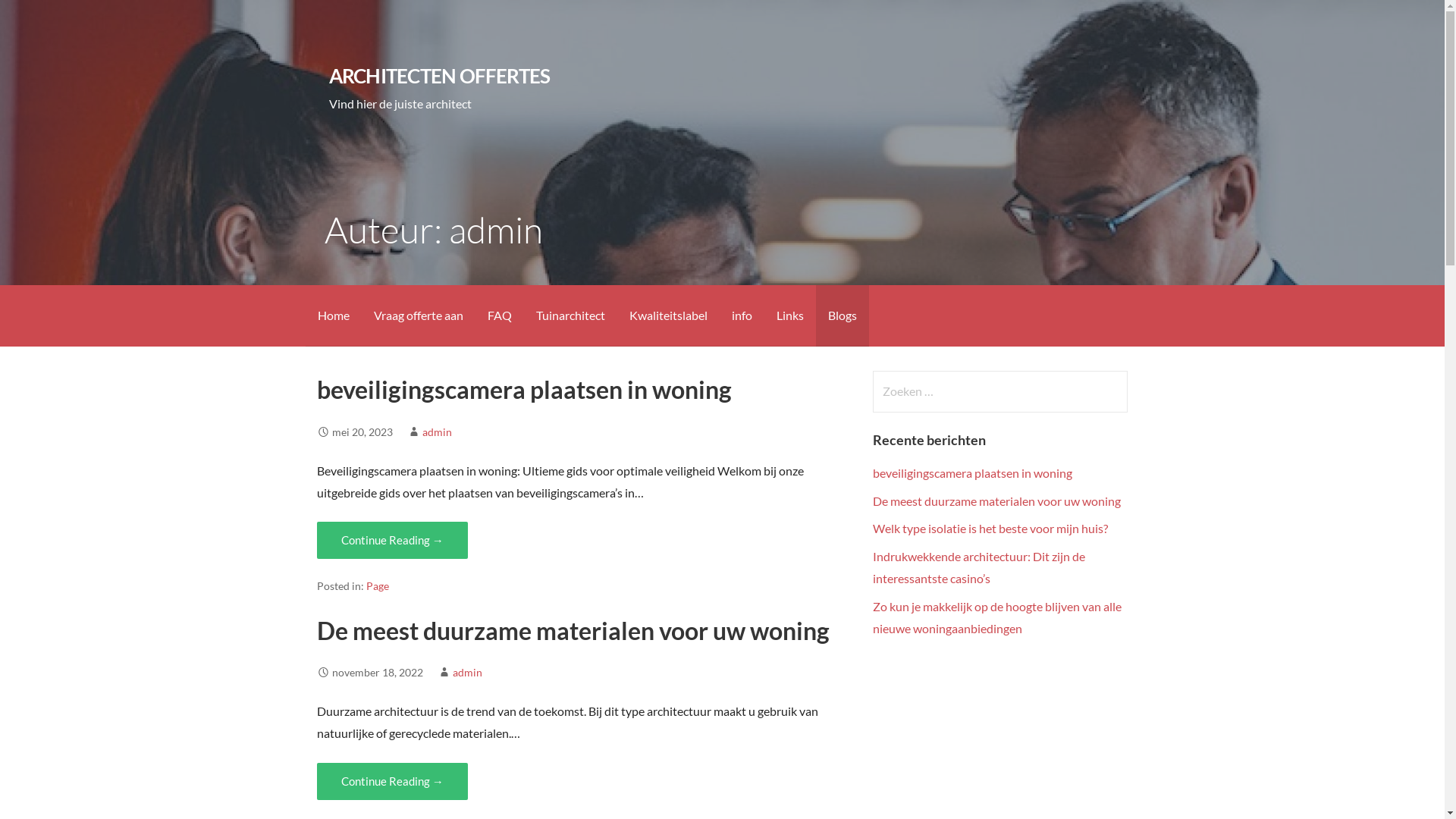 Image resolution: width=1456 pixels, height=819 pixels. I want to click on 'beveiligingscamera plaatsen in woning', so click(524, 388).